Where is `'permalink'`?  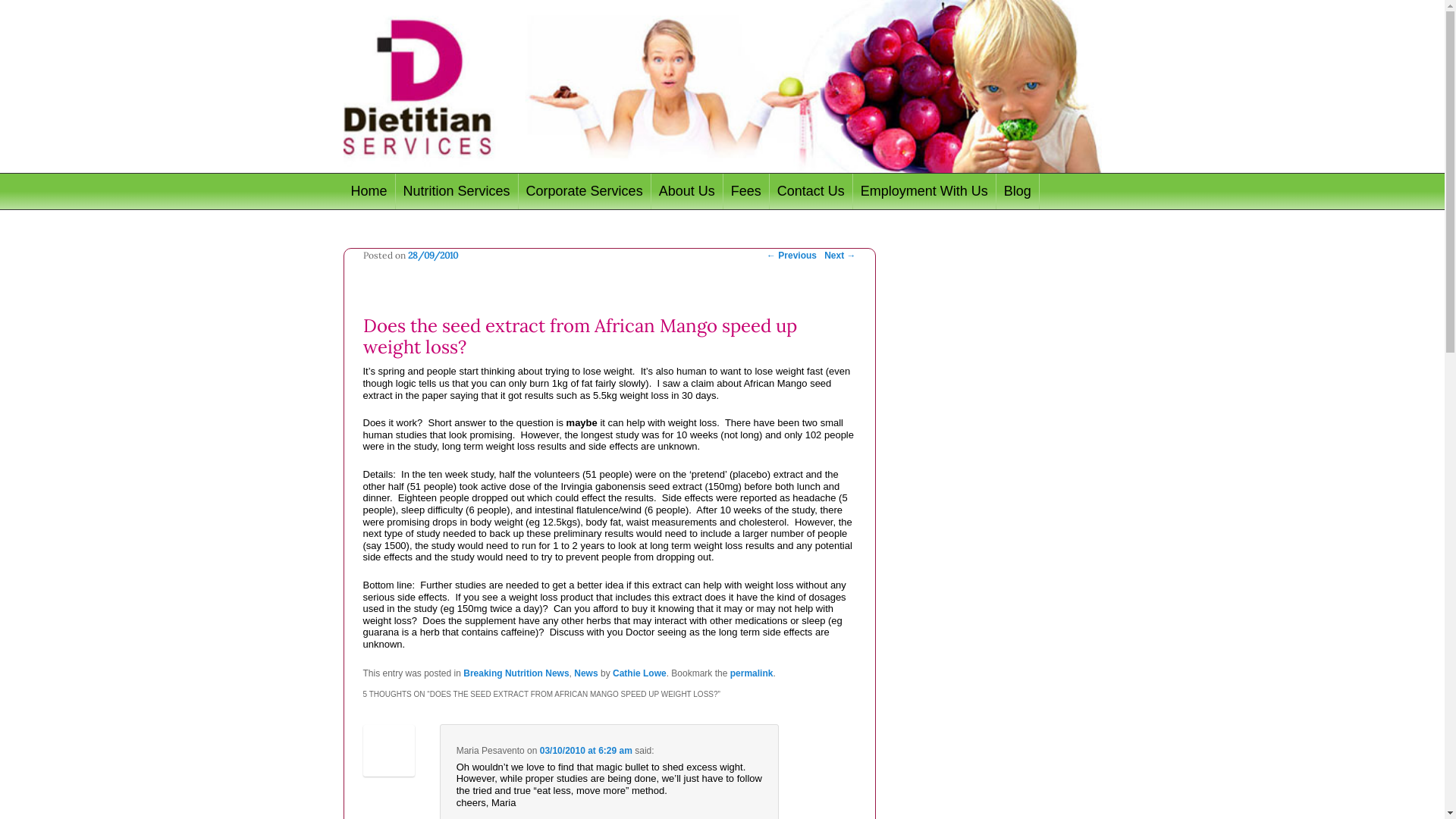 'permalink' is located at coordinates (752, 672).